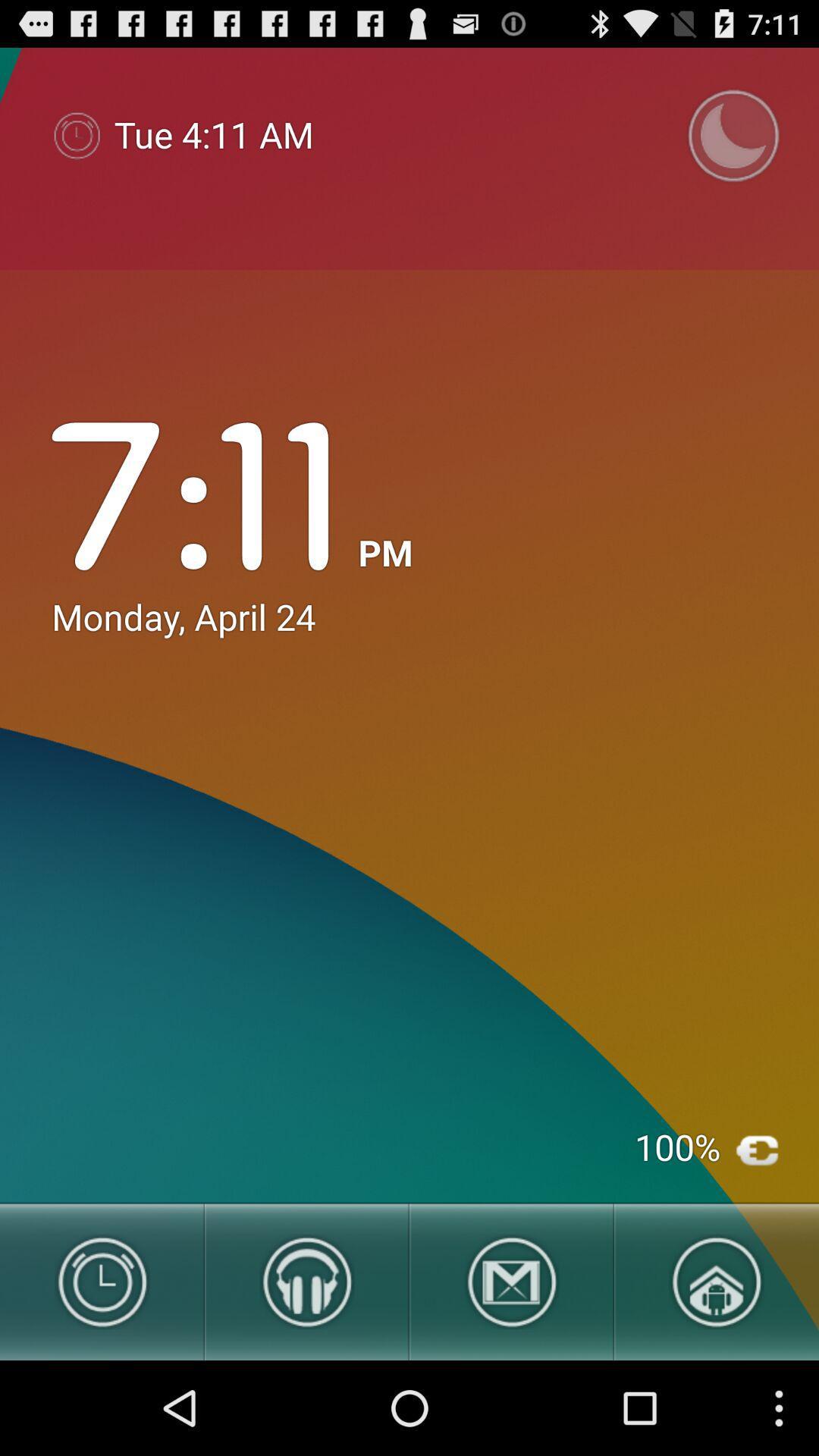 The width and height of the screenshot is (819, 1456). I want to click on the time icon, so click(733, 145).